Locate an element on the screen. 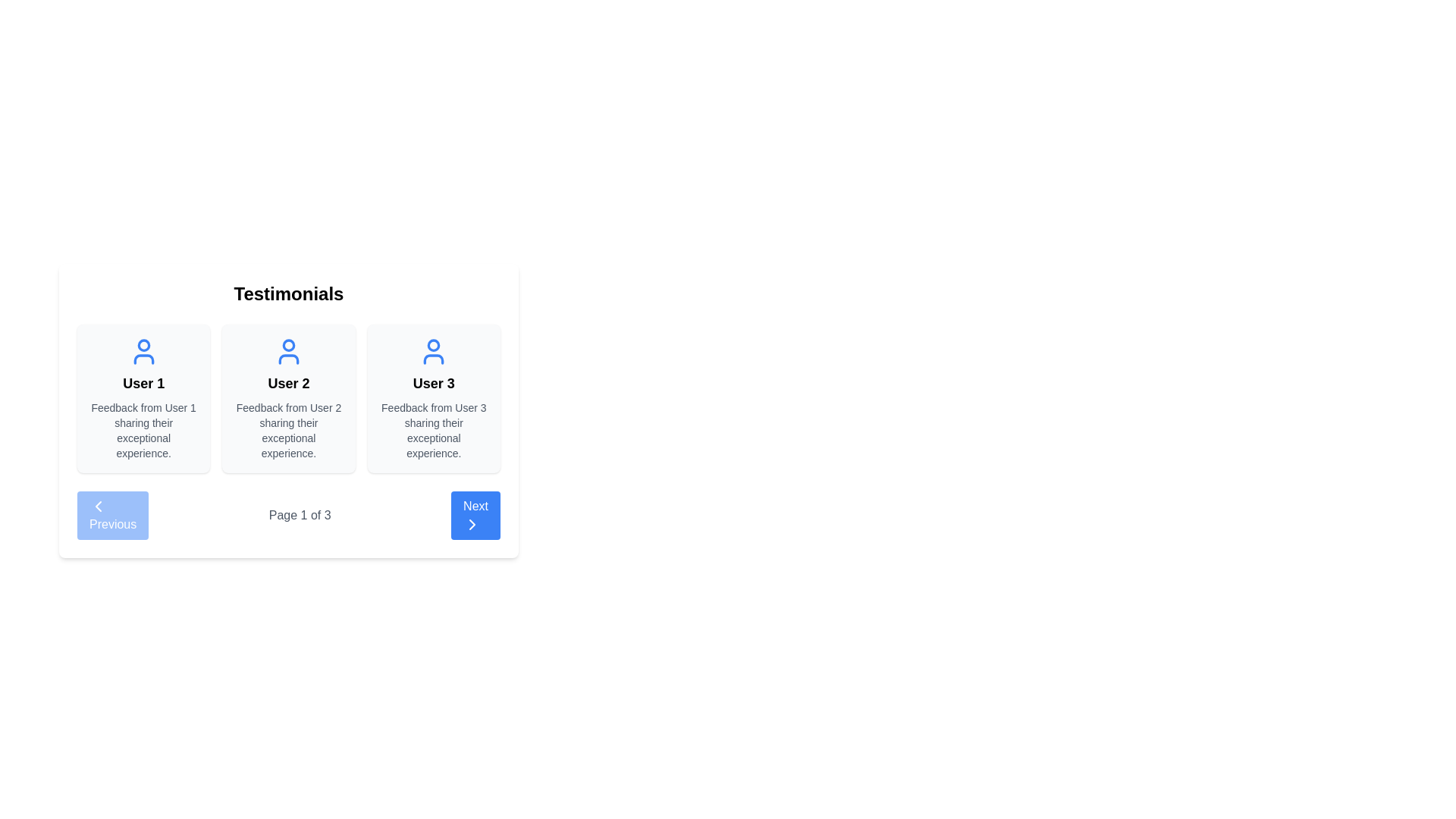 This screenshot has height=819, width=1456. the Text Display element that shows feedback from a user, styled with muted gray color and located below 'User 2' in the second feedback card is located at coordinates (288, 430).